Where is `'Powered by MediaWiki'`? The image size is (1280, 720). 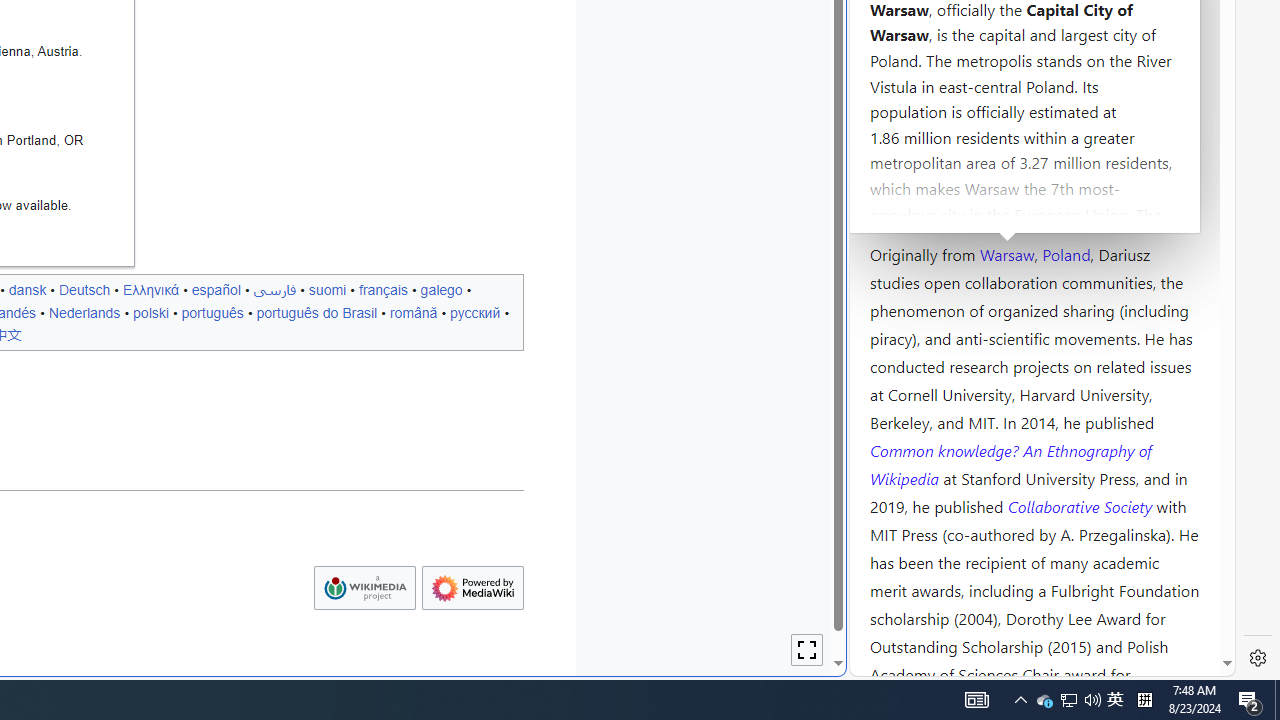 'Powered by MediaWiki' is located at coordinates (471, 587).